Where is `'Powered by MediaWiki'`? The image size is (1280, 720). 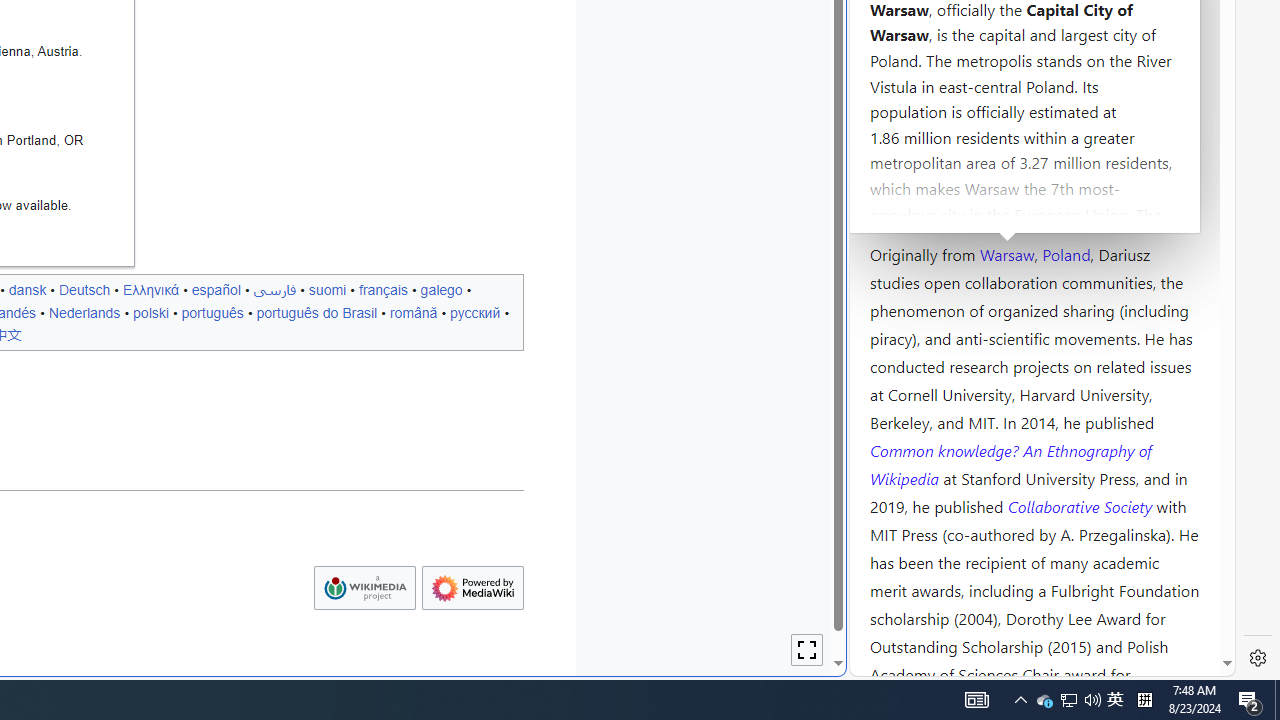 'Powered by MediaWiki' is located at coordinates (471, 587).